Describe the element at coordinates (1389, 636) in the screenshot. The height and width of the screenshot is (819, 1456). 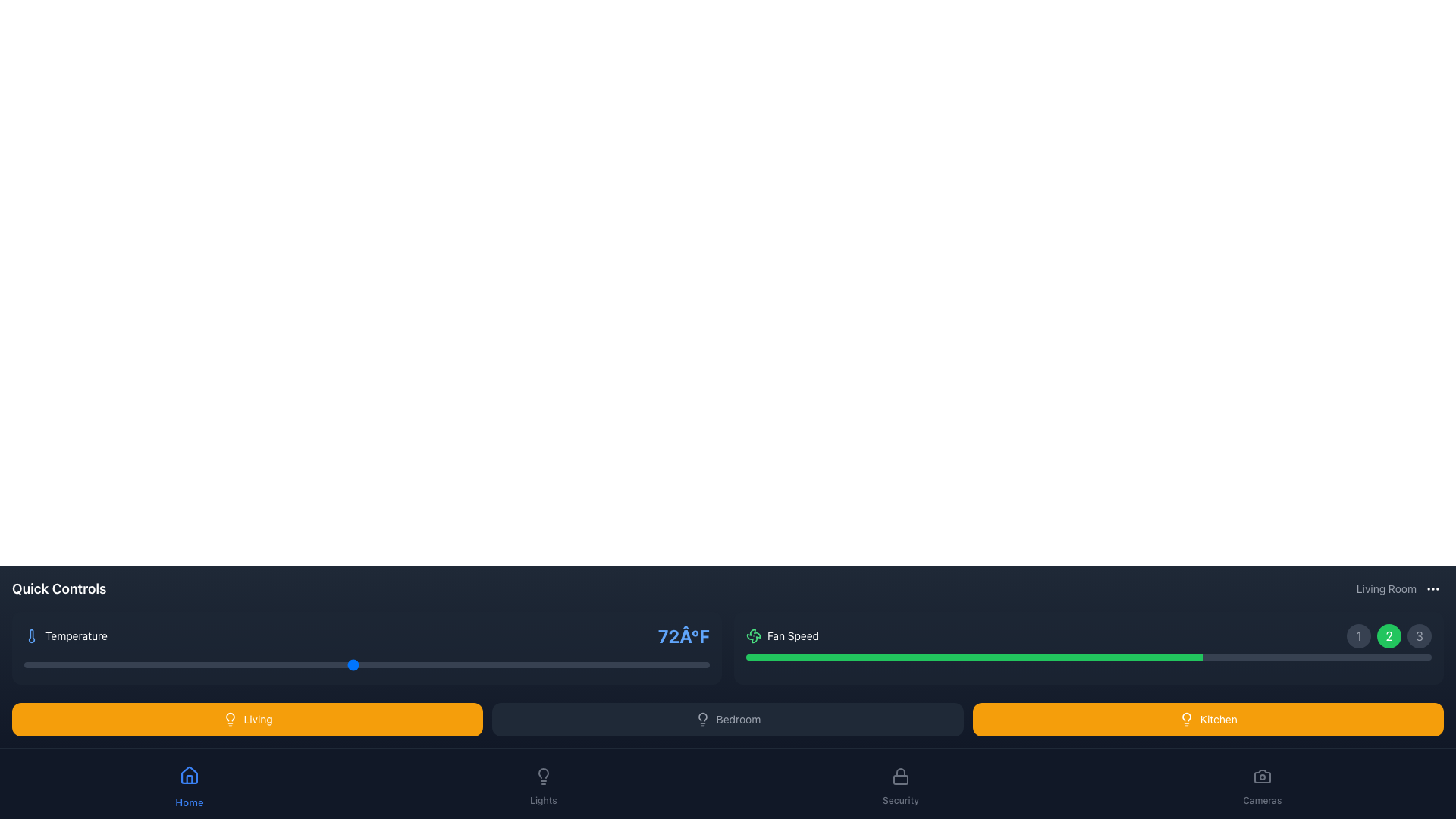
I see `the small circular button with a green background and white text '2'` at that location.